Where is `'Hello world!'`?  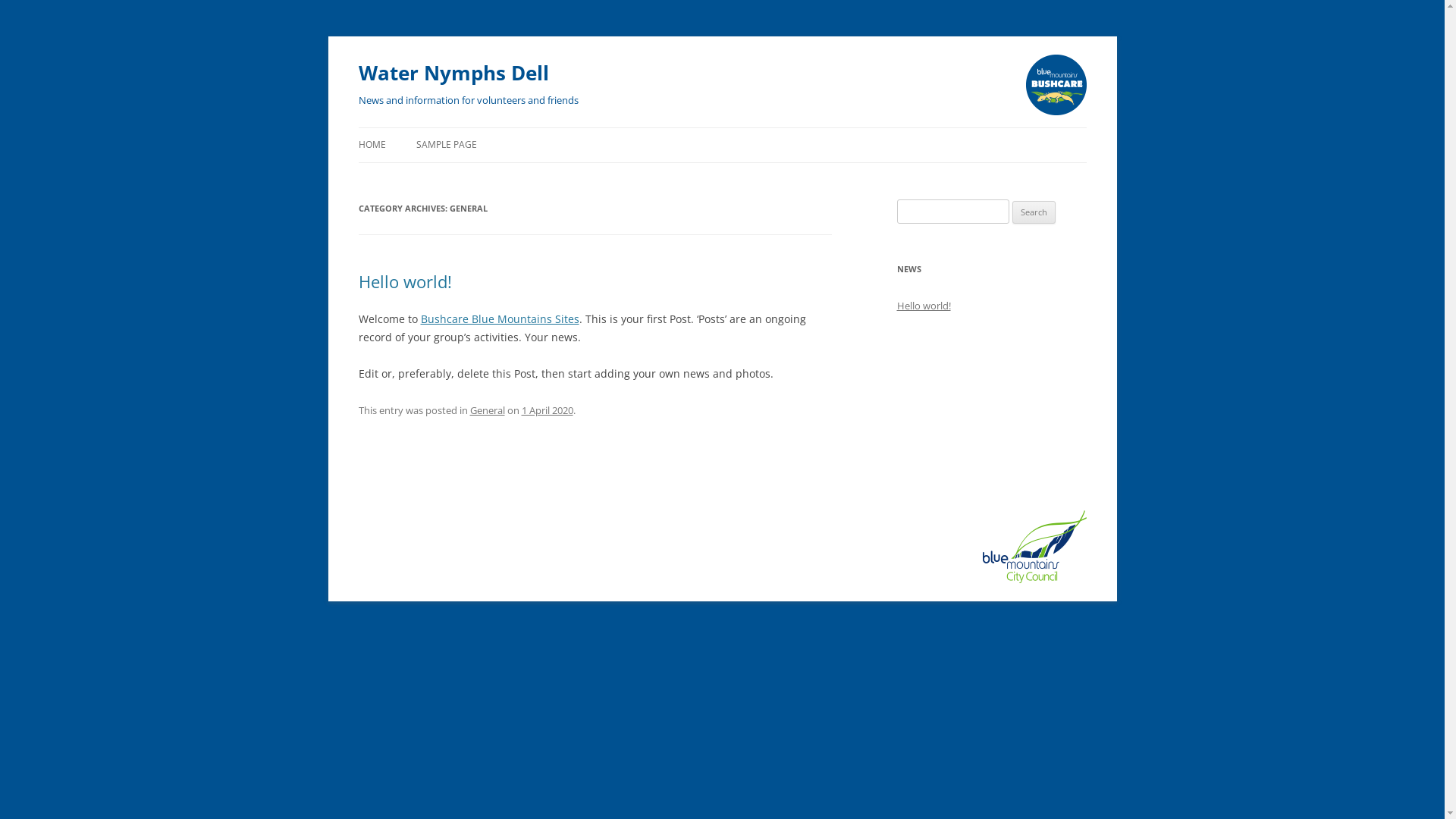 'Hello world!' is located at coordinates (922, 305).